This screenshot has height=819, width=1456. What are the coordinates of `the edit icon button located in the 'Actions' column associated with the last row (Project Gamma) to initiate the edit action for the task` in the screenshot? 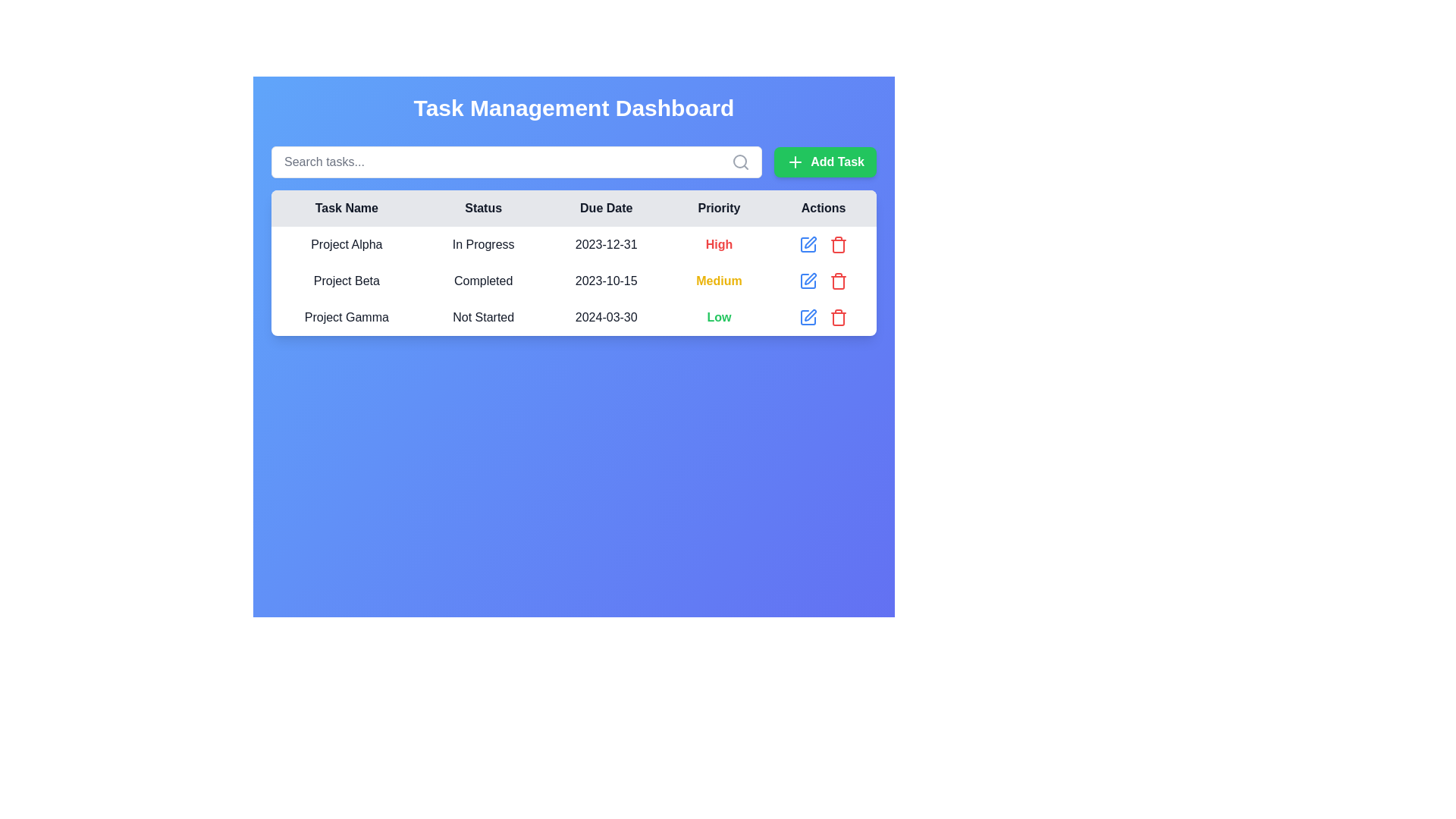 It's located at (807, 317).